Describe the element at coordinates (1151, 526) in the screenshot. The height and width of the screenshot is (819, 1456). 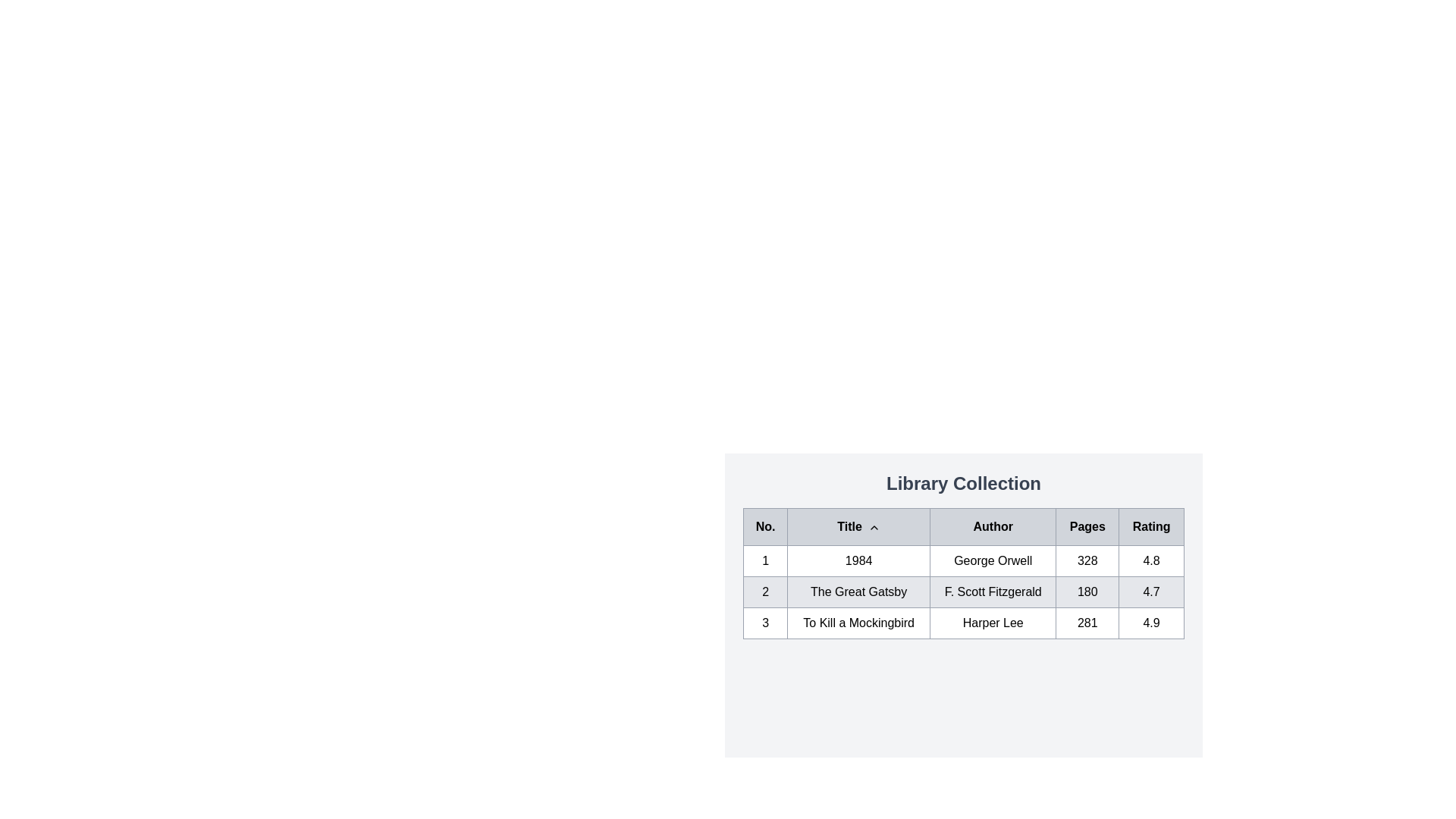
I see `the 'Rating' text label, which has a light gray background and displays bold, centered black text, located at the far right of the headers in a table-like structure` at that location.